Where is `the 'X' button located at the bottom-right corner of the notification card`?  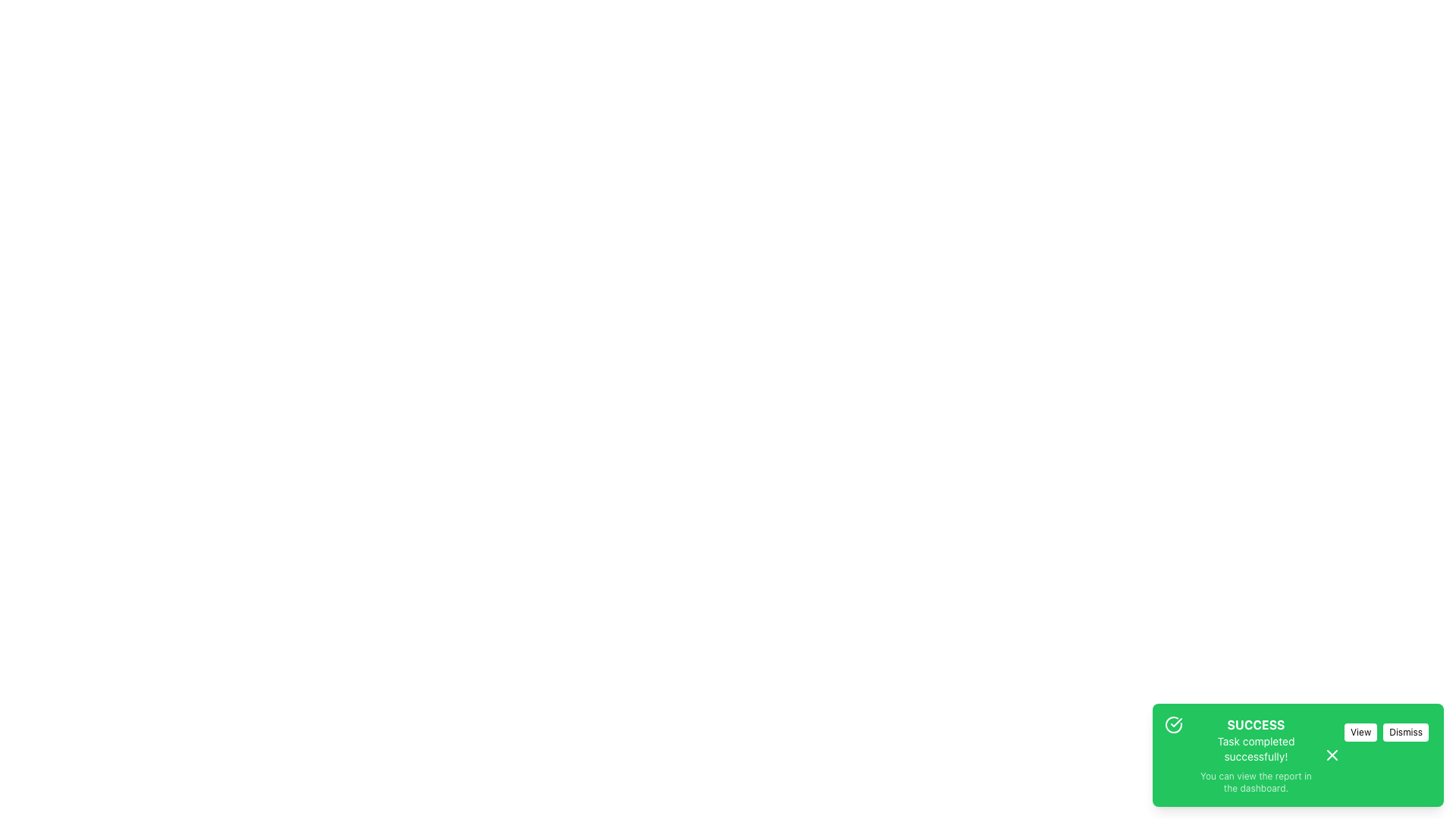
the 'X' button located at the bottom-right corner of the notification card is located at coordinates (1331, 755).